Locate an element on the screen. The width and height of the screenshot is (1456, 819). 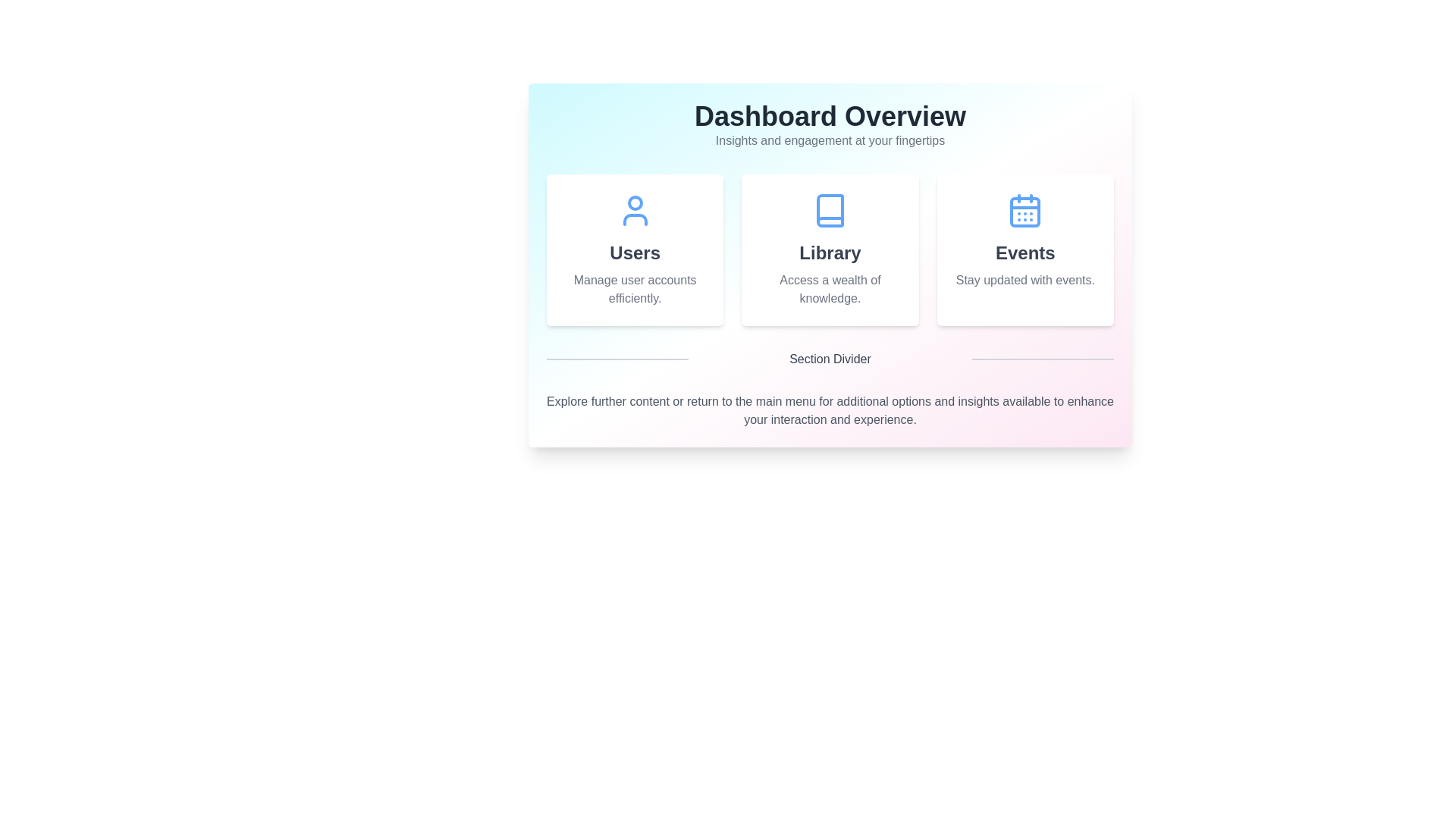
the rounded rectangle inside the calendar icon, which is the far-right icon in the row of three cards (Users, Library, Events) near the top of the interface is located at coordinates (1025, 212).